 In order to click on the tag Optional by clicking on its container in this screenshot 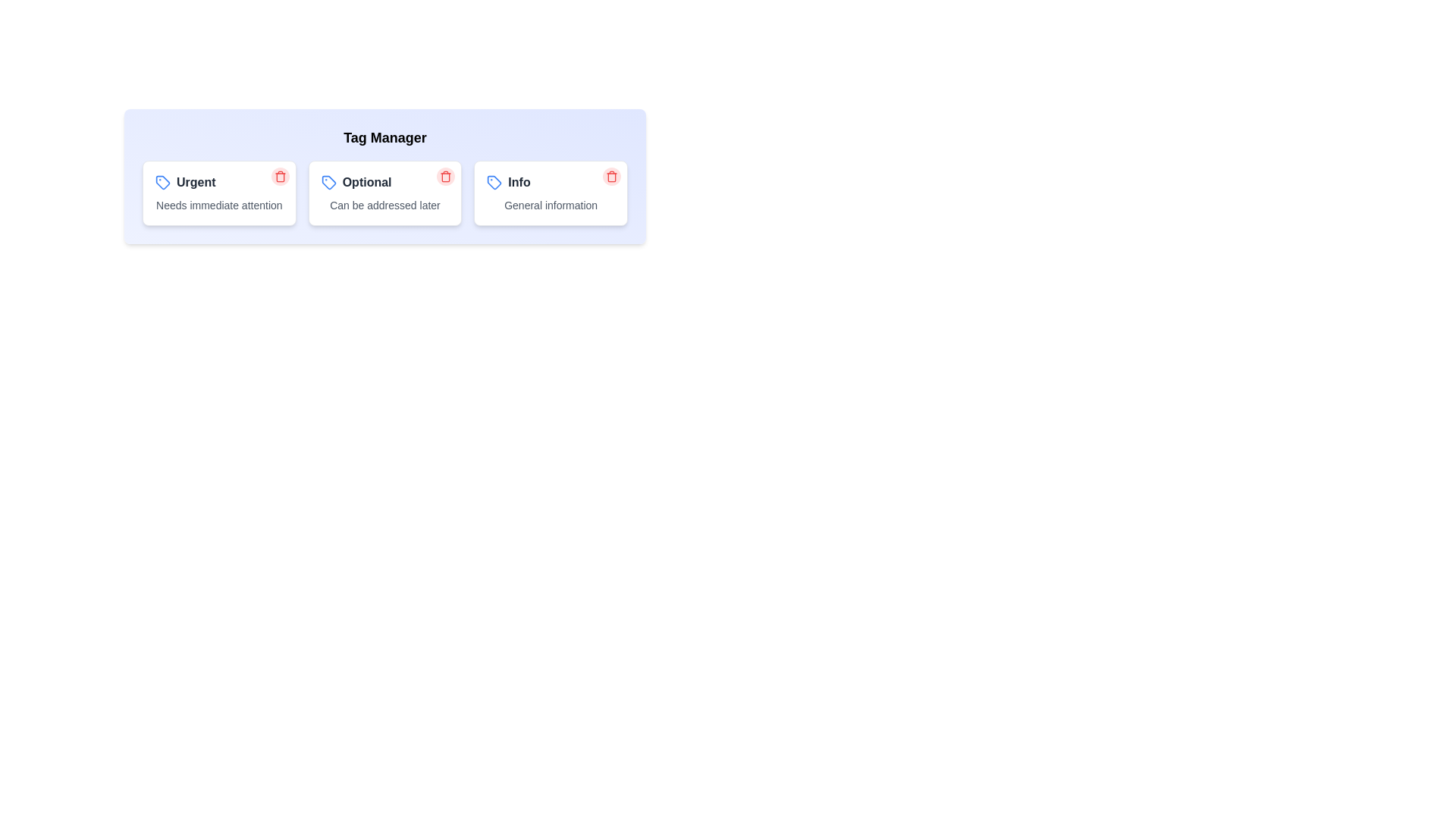, I will do `click(385, 192)`.